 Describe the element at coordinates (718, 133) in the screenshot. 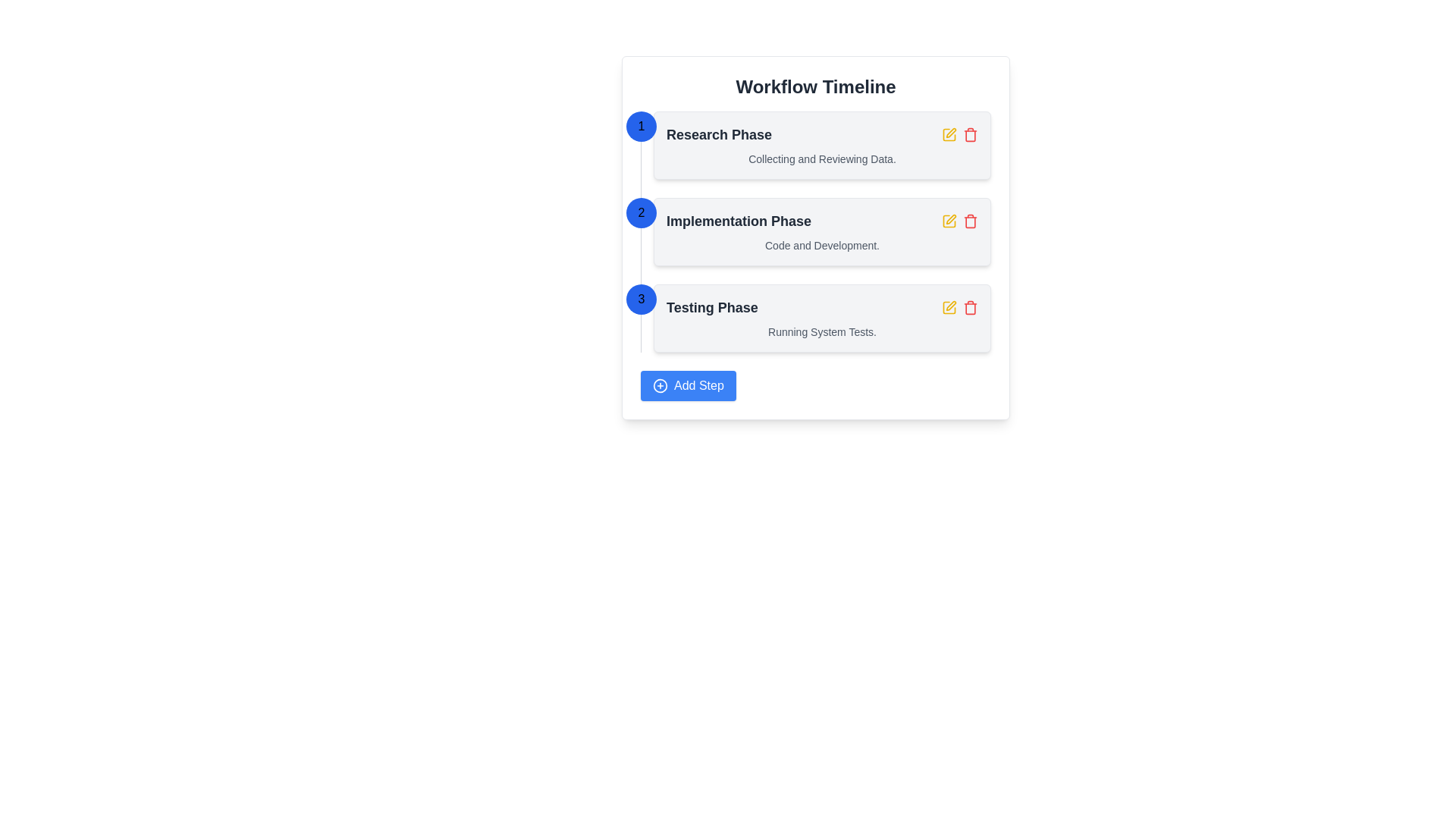

I see `displayed text from the text label that says 'Research Phase', which is prominently located at the top of the first section of the workflow items` at that location.